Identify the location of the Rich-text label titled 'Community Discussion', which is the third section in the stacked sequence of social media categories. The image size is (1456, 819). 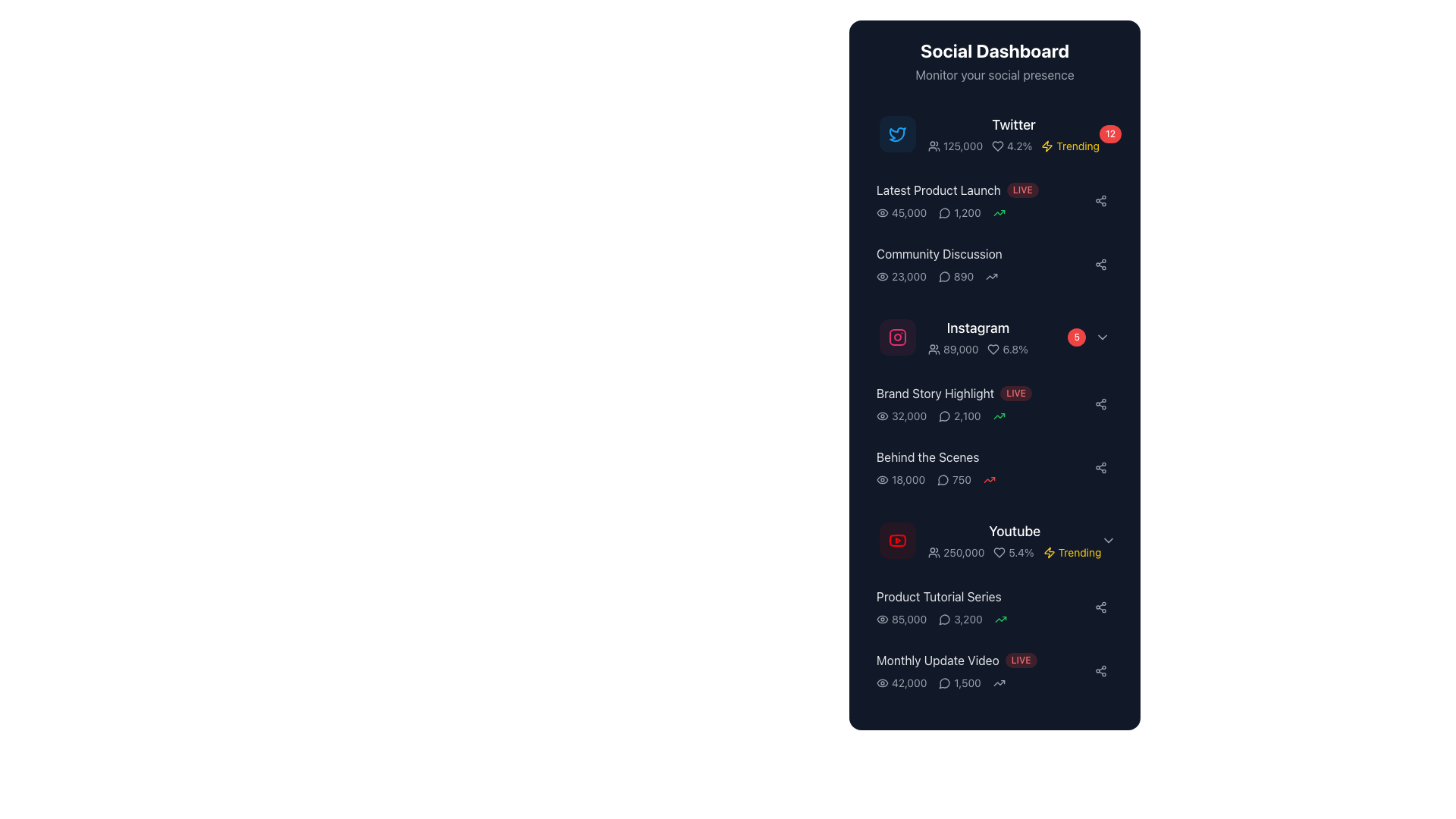
(983, 263).